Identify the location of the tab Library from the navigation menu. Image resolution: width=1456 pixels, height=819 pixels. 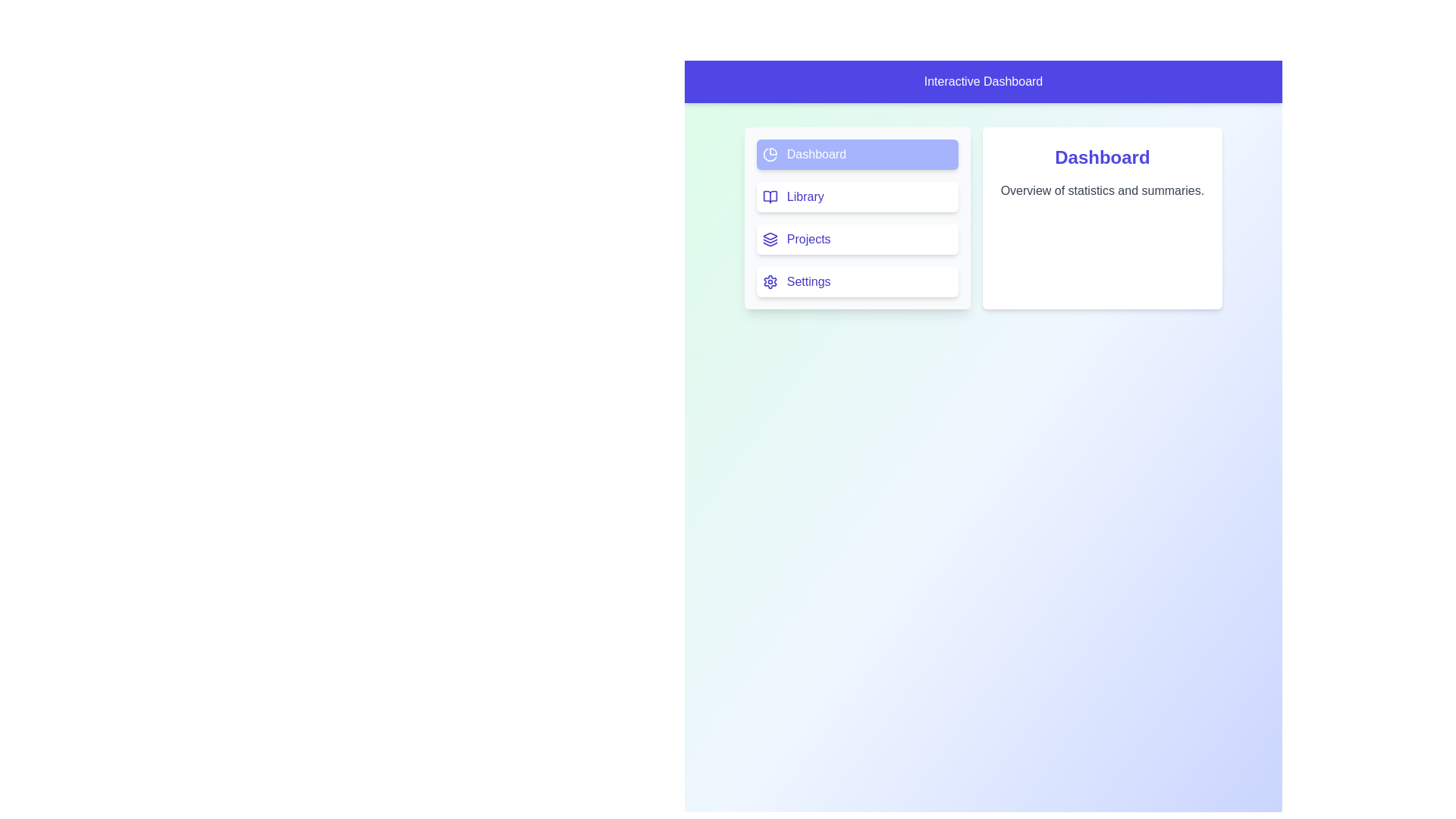
(857, 196).